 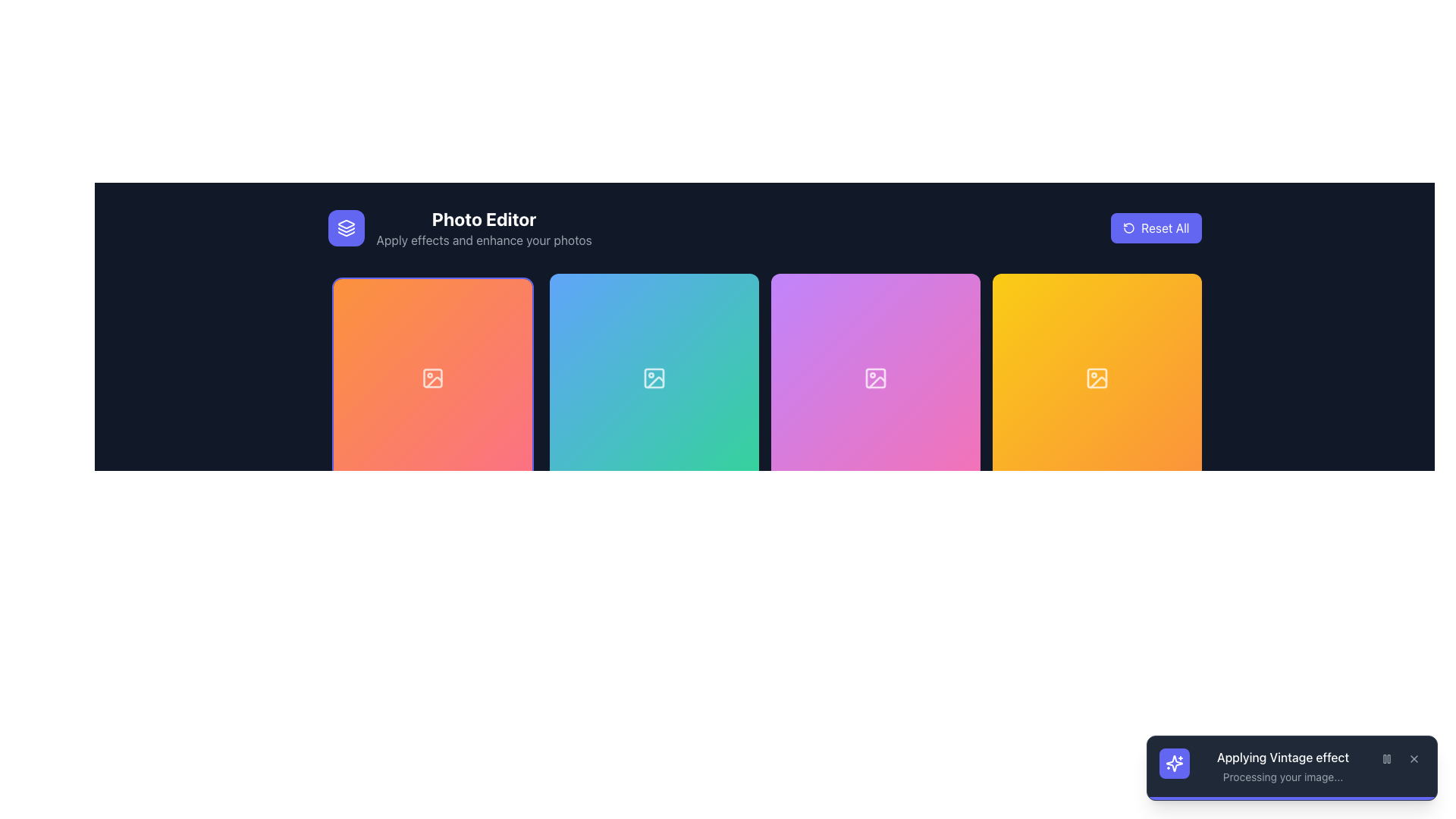 I want to click on the Notification card located in the bottom-right corner of the viewport, which indicates the ongoing process of applying a 'Vintage' effect to an image, so click(x=1291, y=768).